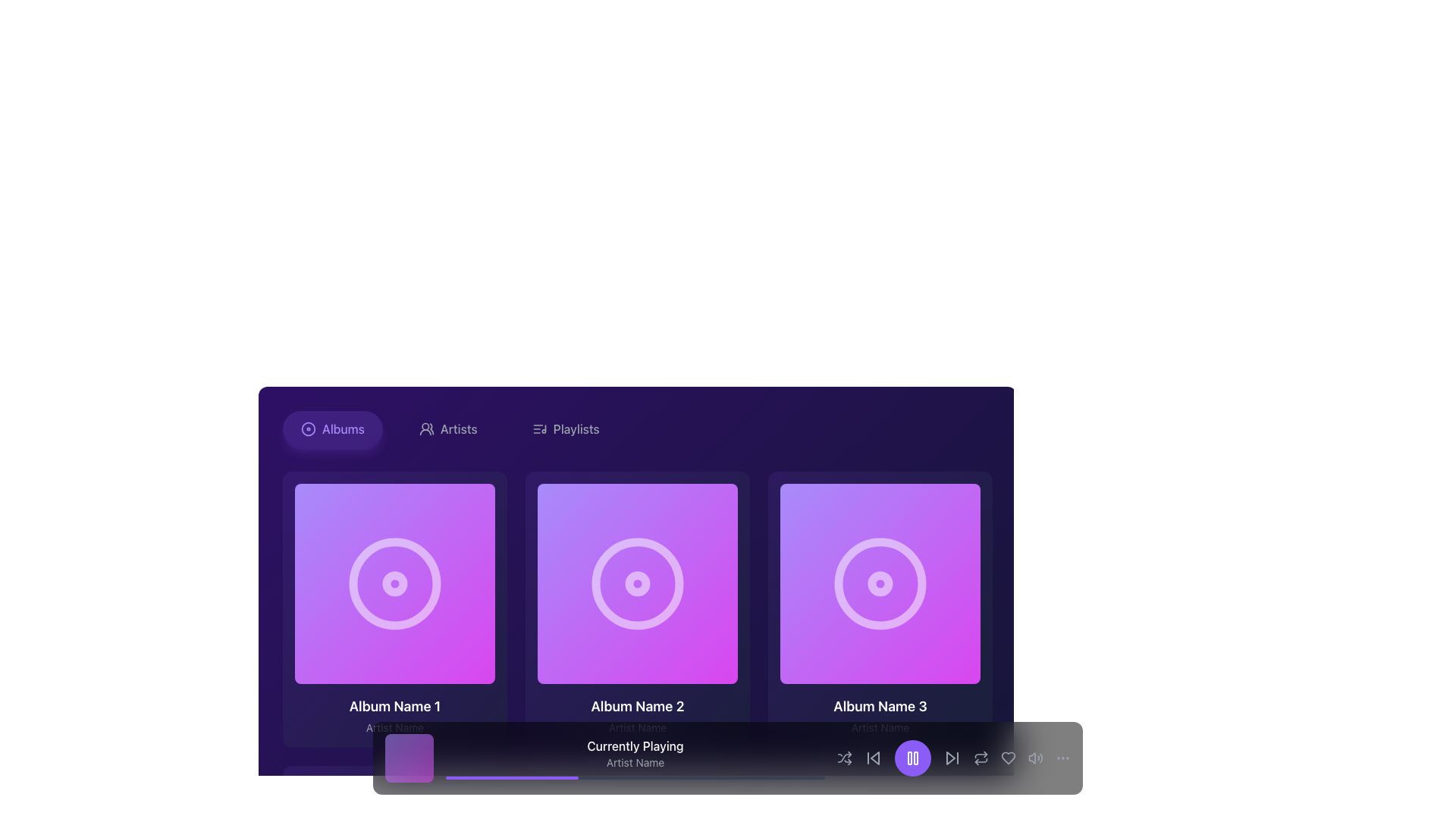  I want to click on the circular icon with a violet-to-pink gradient located in the first position of the row of album tiles in the 'Albums' section of the dashboard interface, so click(395, 583).